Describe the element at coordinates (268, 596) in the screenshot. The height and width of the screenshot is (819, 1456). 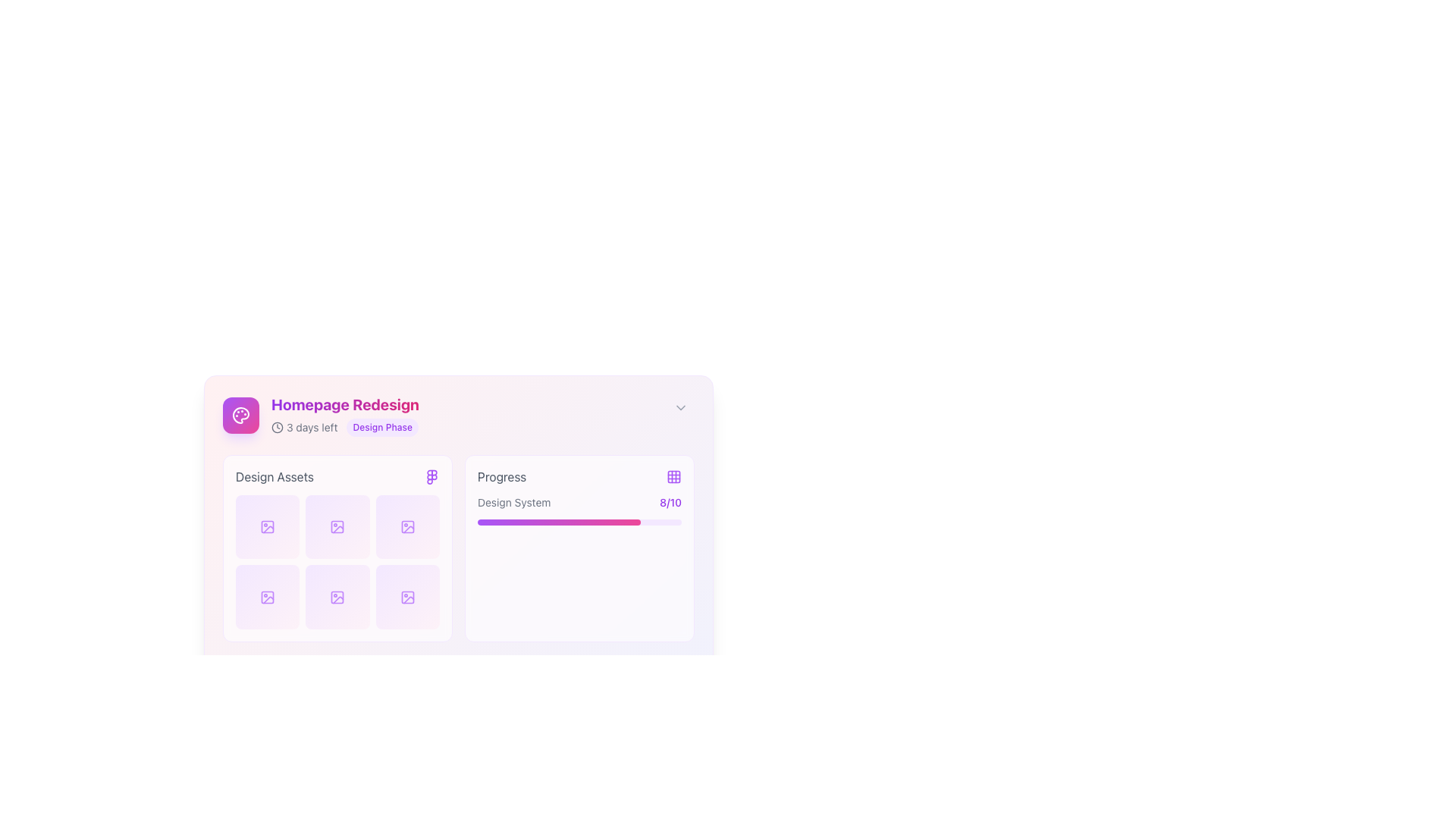
I see `the SVG icon shaped like a picture frame with a purple stroke, located in the second row and first column of the 'Design Assets' section grid` at that location.